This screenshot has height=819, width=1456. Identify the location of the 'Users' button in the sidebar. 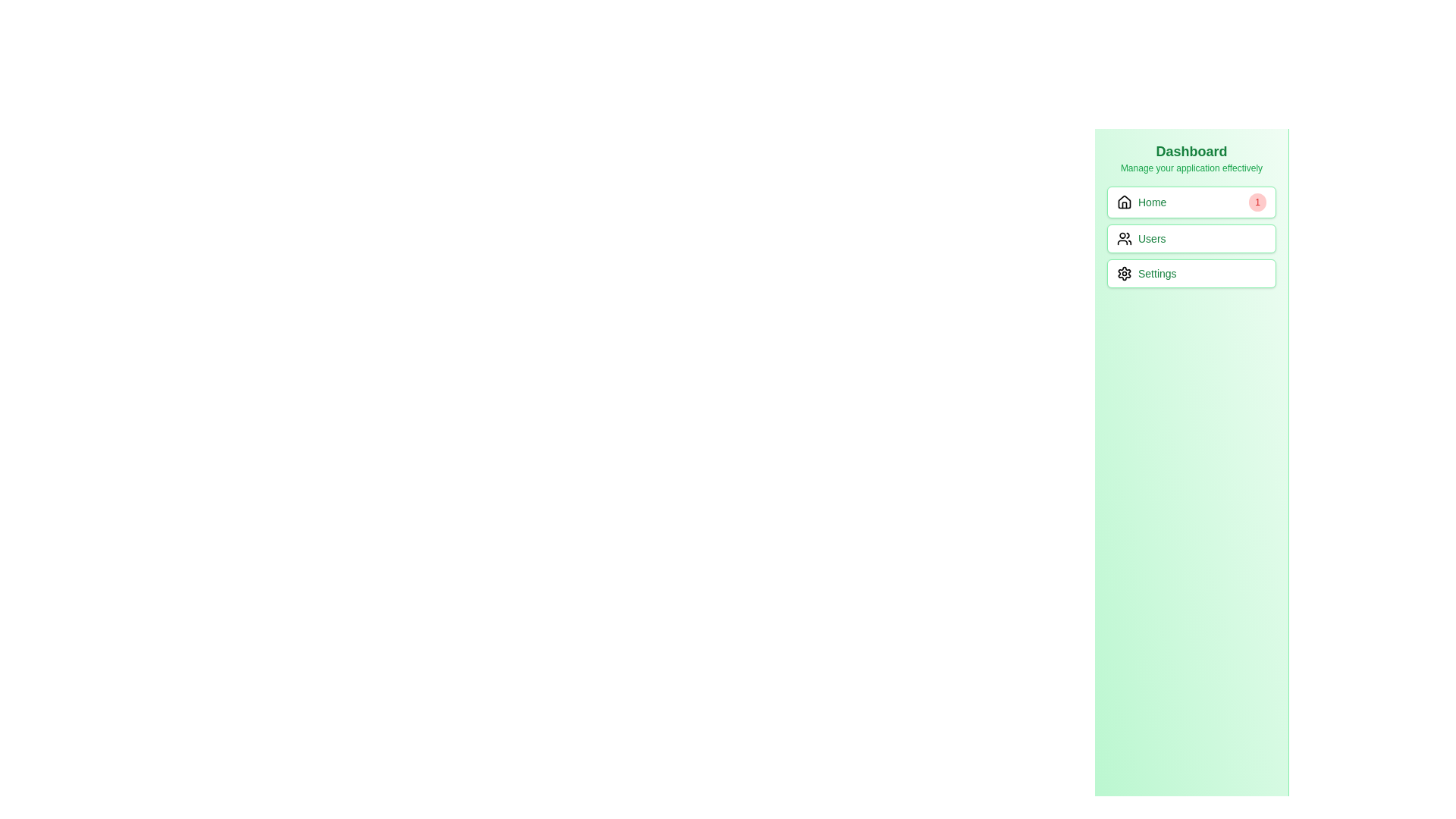
(1191, 237).